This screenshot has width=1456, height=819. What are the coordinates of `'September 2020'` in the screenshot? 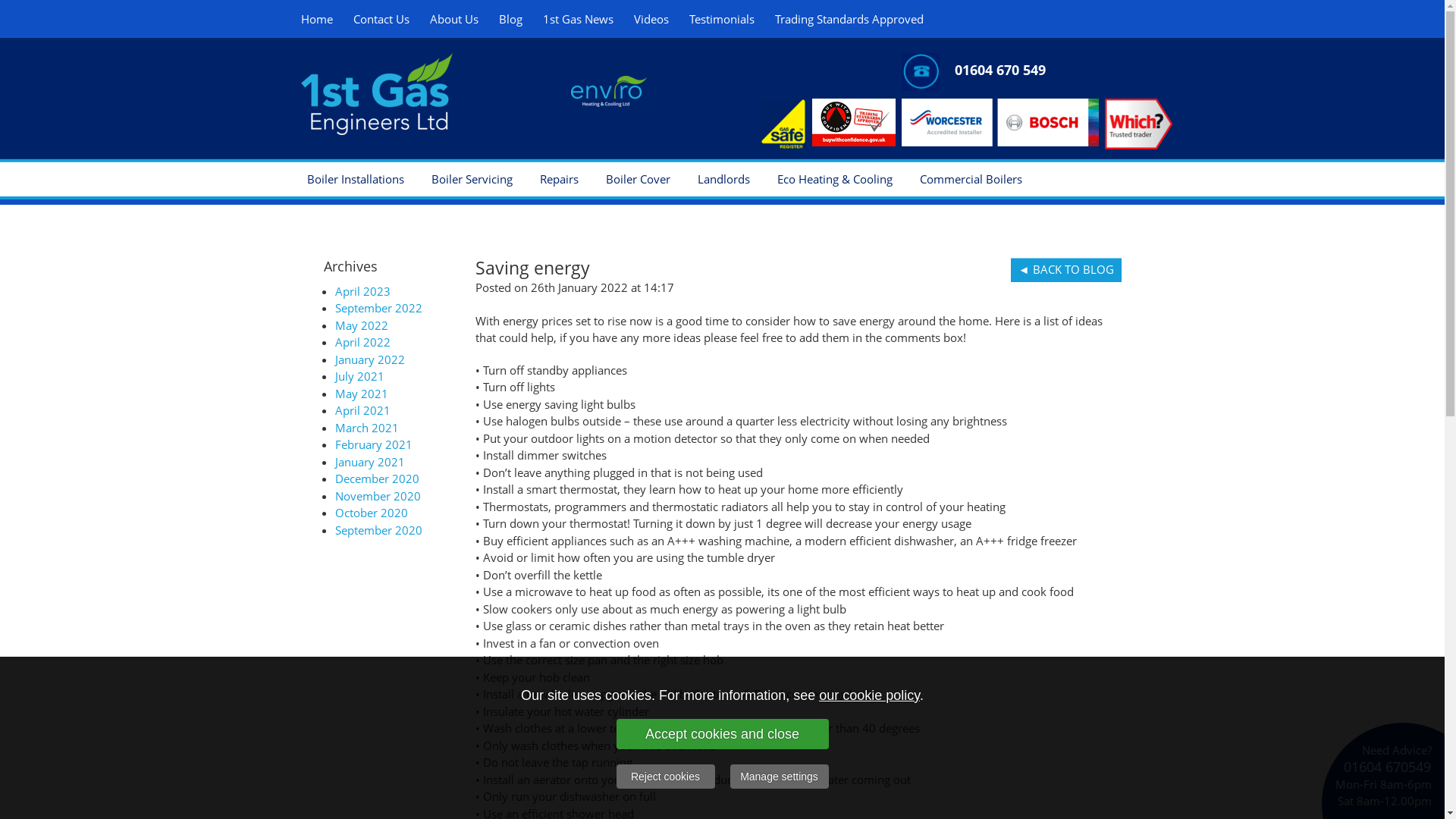 It's located at (378, 529).